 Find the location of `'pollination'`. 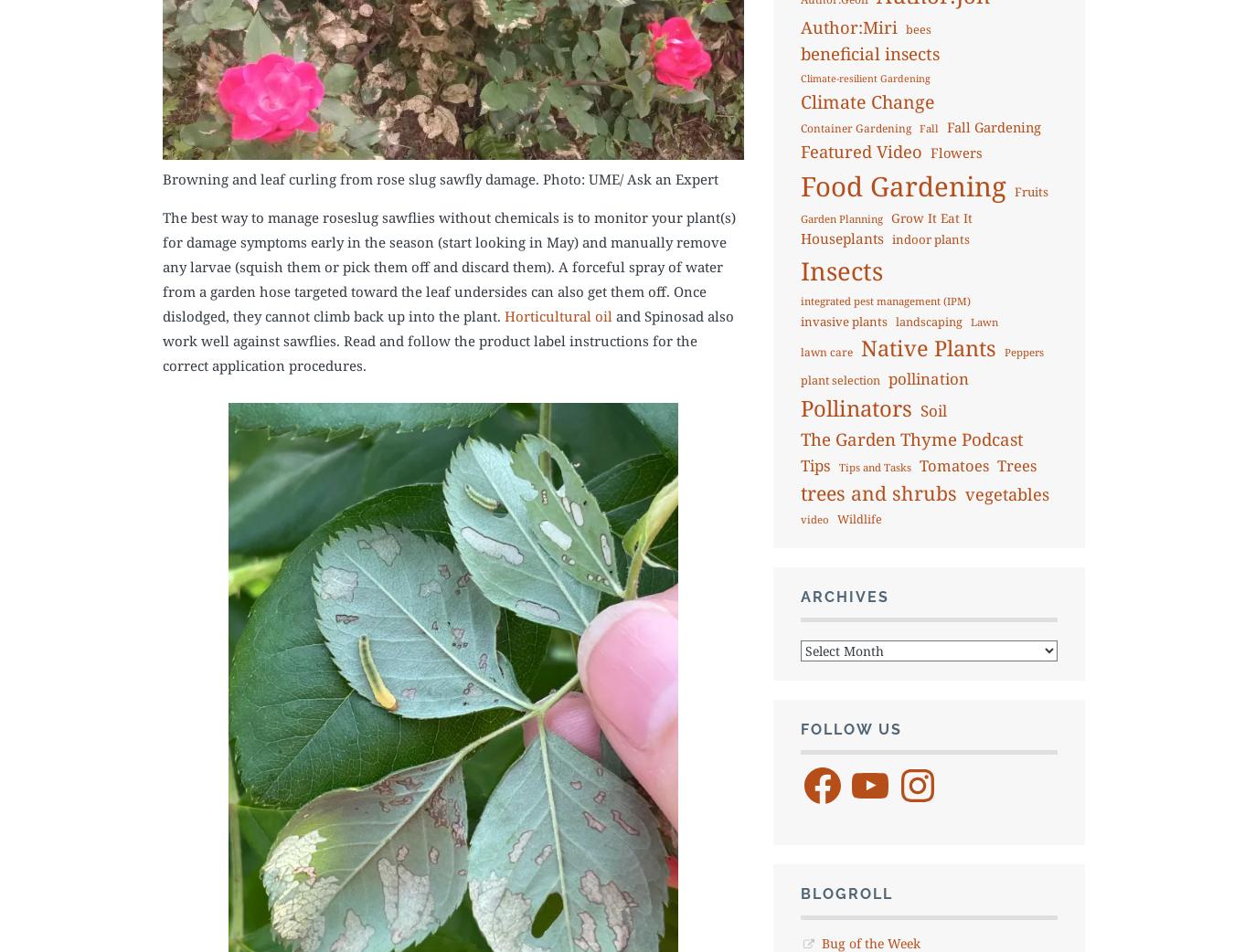

'pollination' is located at coordinates (887, 376).